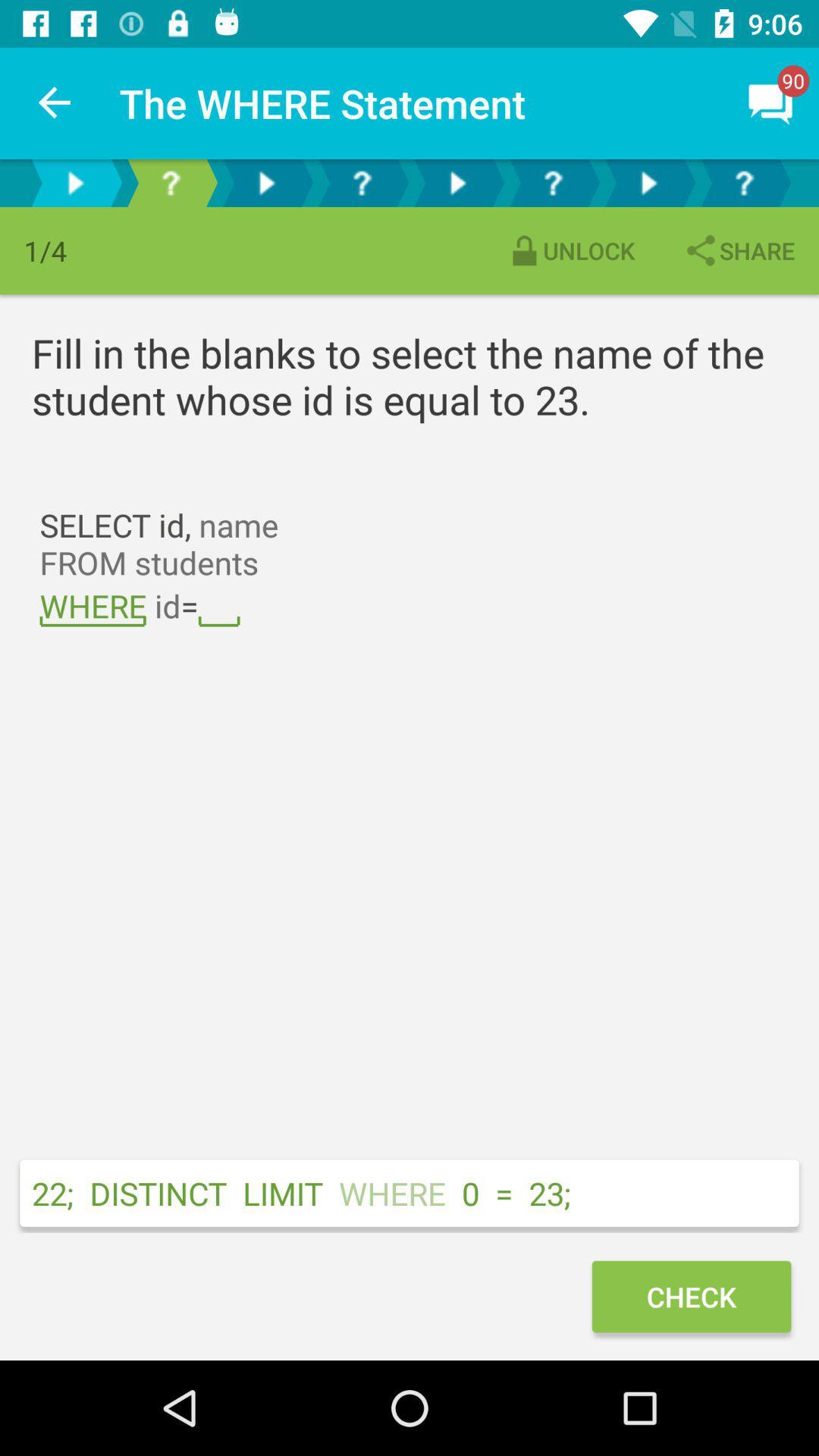 This screenshot has width=819, height=1456. What do you see at coordinates (553, 182) in the screenshot?
I see `help menu` at bounding box center [553, 182].